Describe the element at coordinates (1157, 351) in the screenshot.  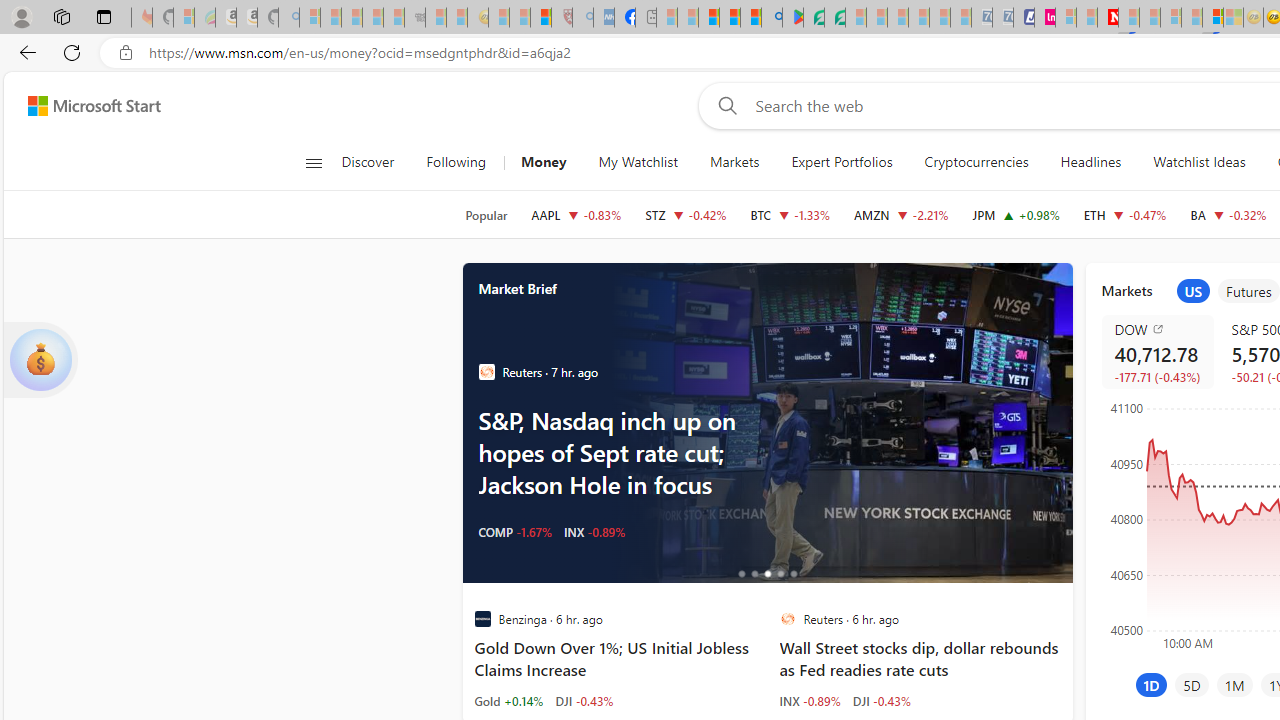
I see `'DOW DJI decrease 40,712.78 -177.71 -0.43%'` at that location.